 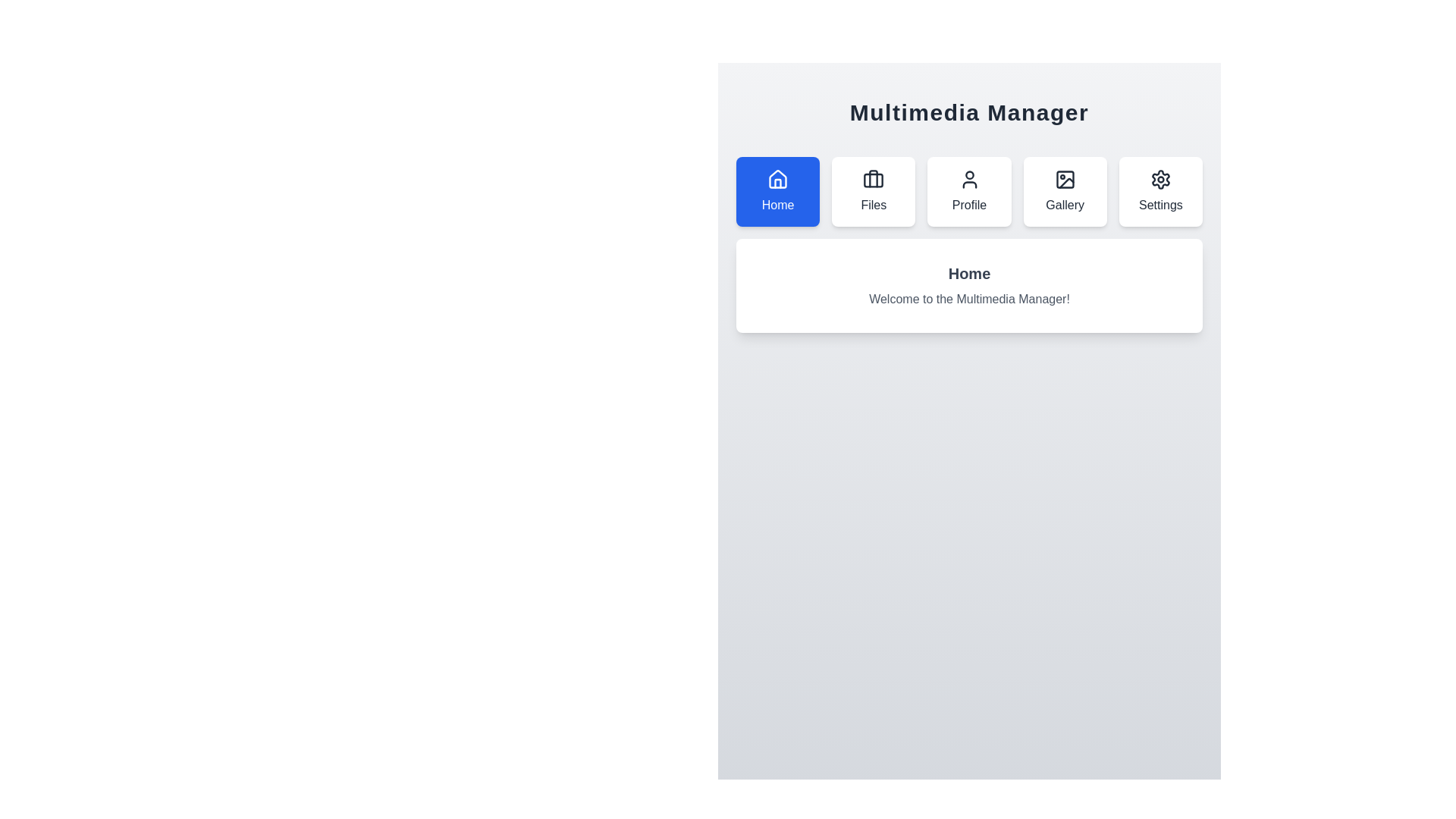 I want to click on the lower part of the user profile icon located within the 'Profile' tab in the top navigation bar, so click(x=968, y=184).